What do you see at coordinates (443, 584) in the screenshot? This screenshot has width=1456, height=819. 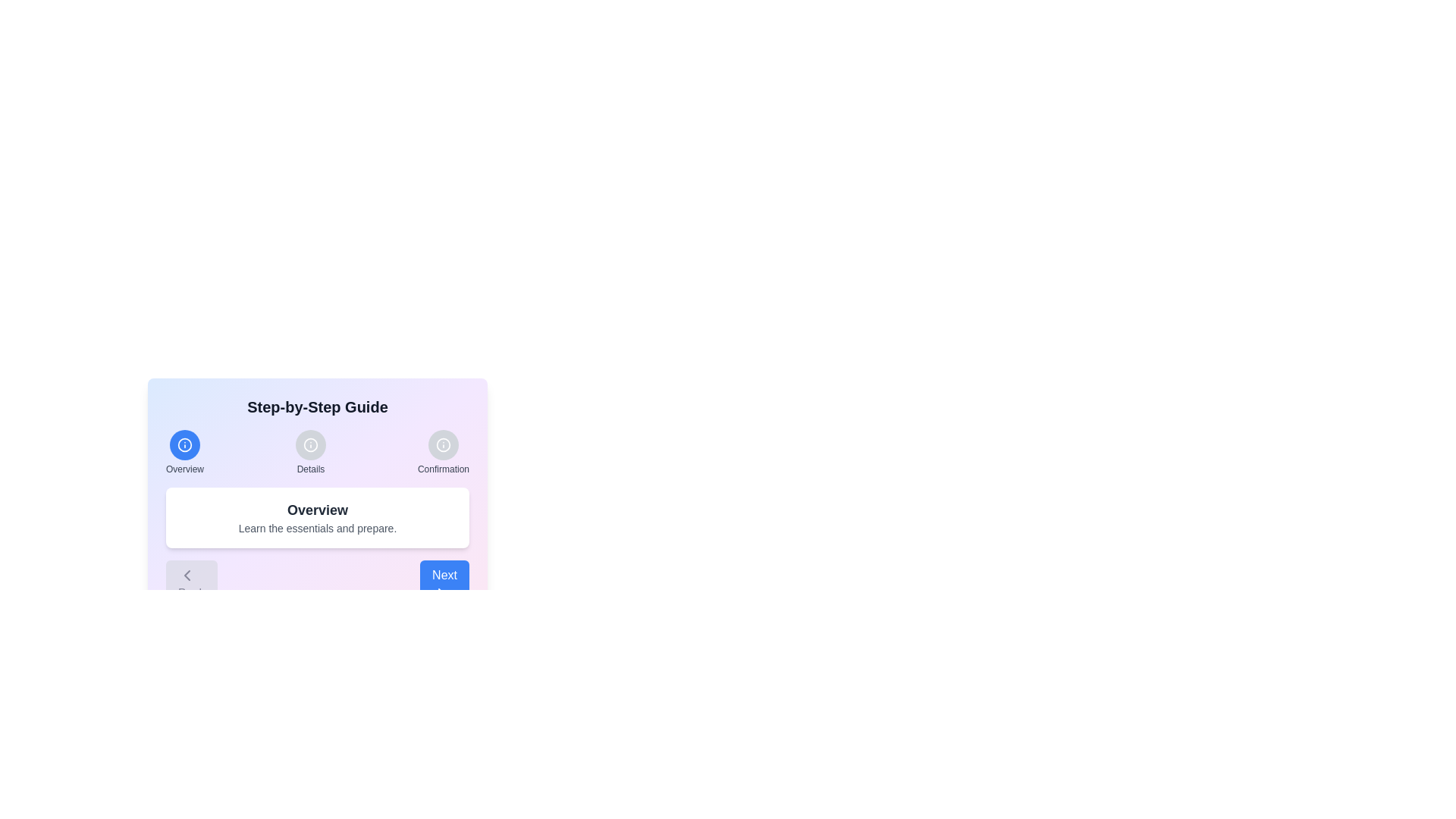 I see `'Next' button to navigate to the next step` at bounding box center [443, 584].